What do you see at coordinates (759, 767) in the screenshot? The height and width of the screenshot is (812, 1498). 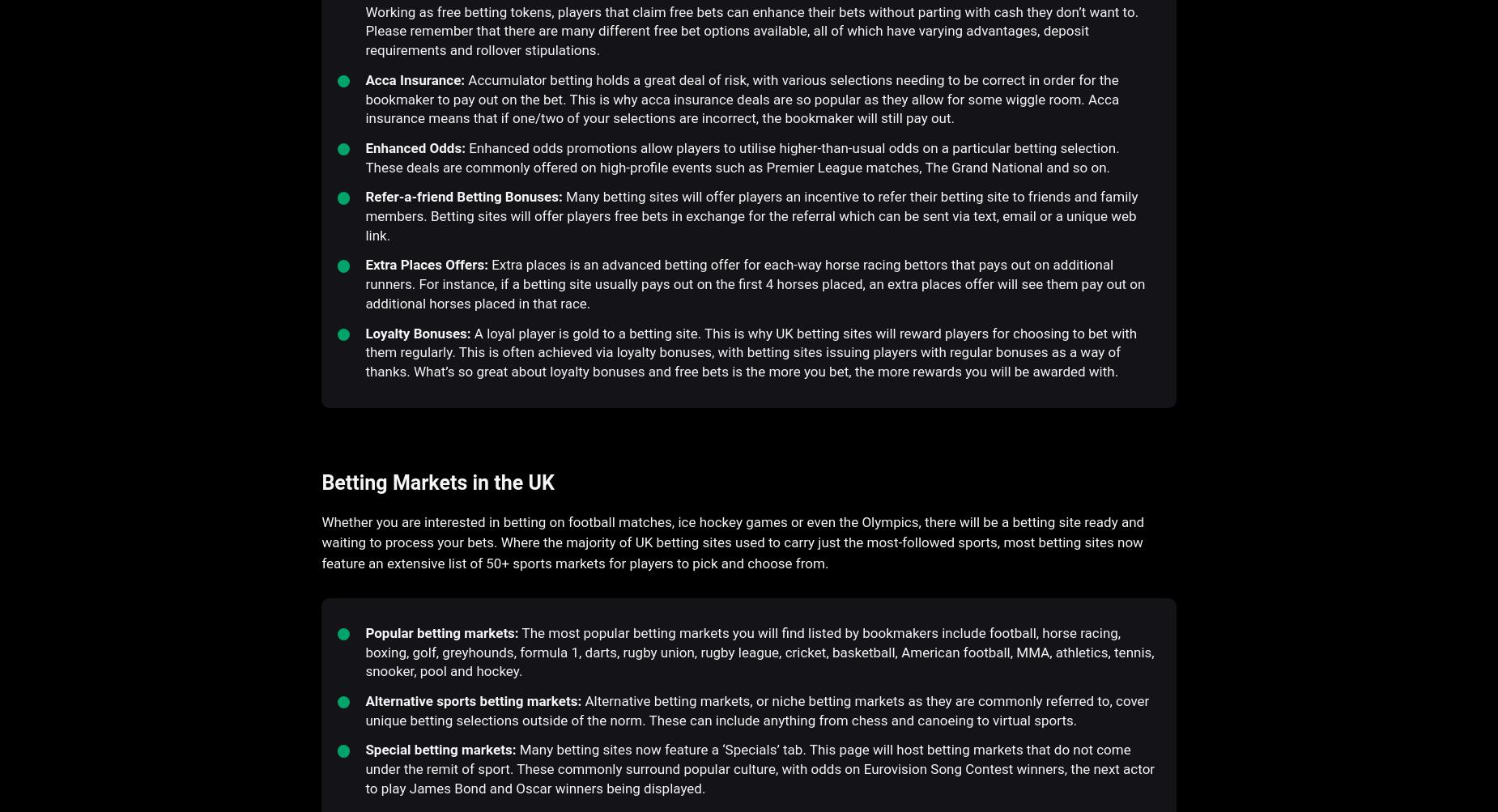 I see `'Many betting sites now feature a ‘Specials’ tab. This page will host betting markets that do not come under the remit of sport. These commonly surround popular culture, with odds on Eurovision Song Contest winners, the next actor to play James Bond and Oscar winners being displayed.'` at bounding box center [759, 767].